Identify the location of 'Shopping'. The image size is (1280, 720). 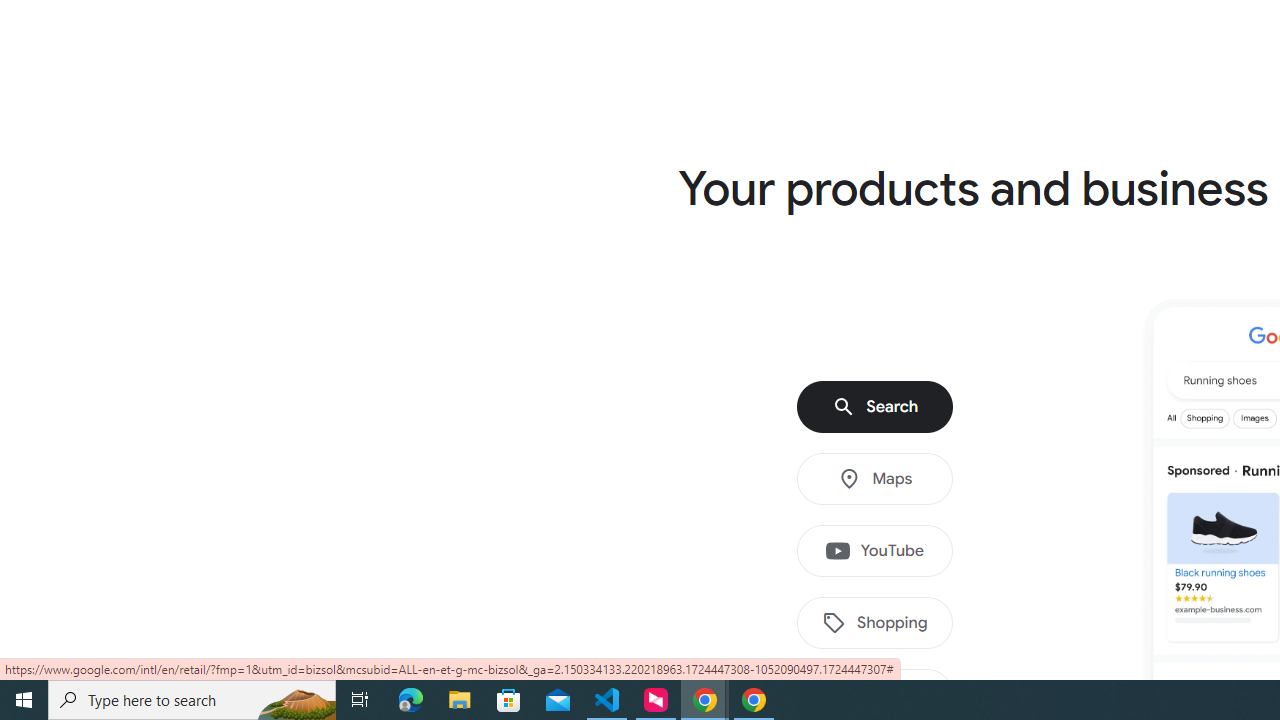
(875, 622).